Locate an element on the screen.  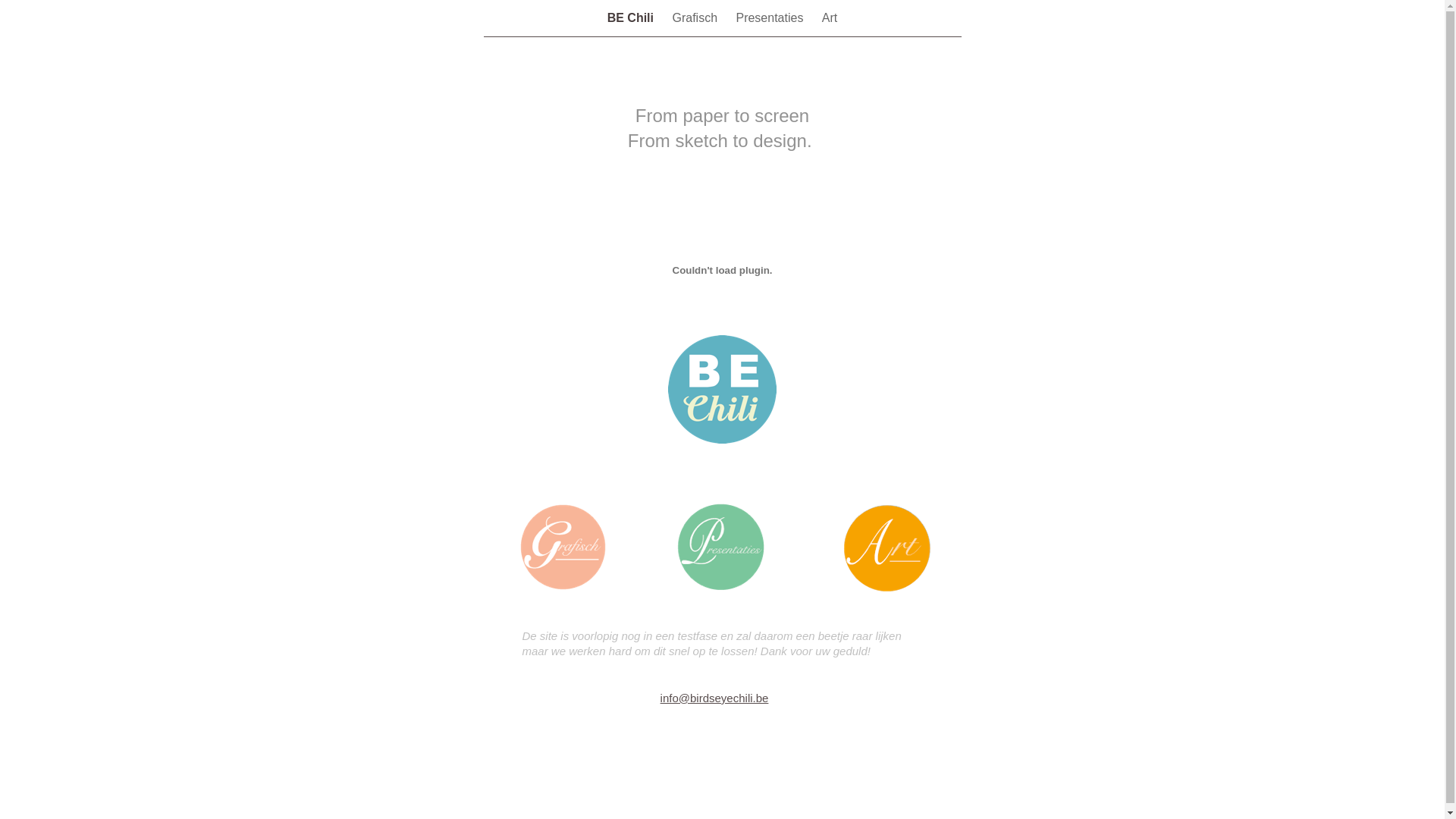
'BE Chili' is located at coordinates (607, 17).